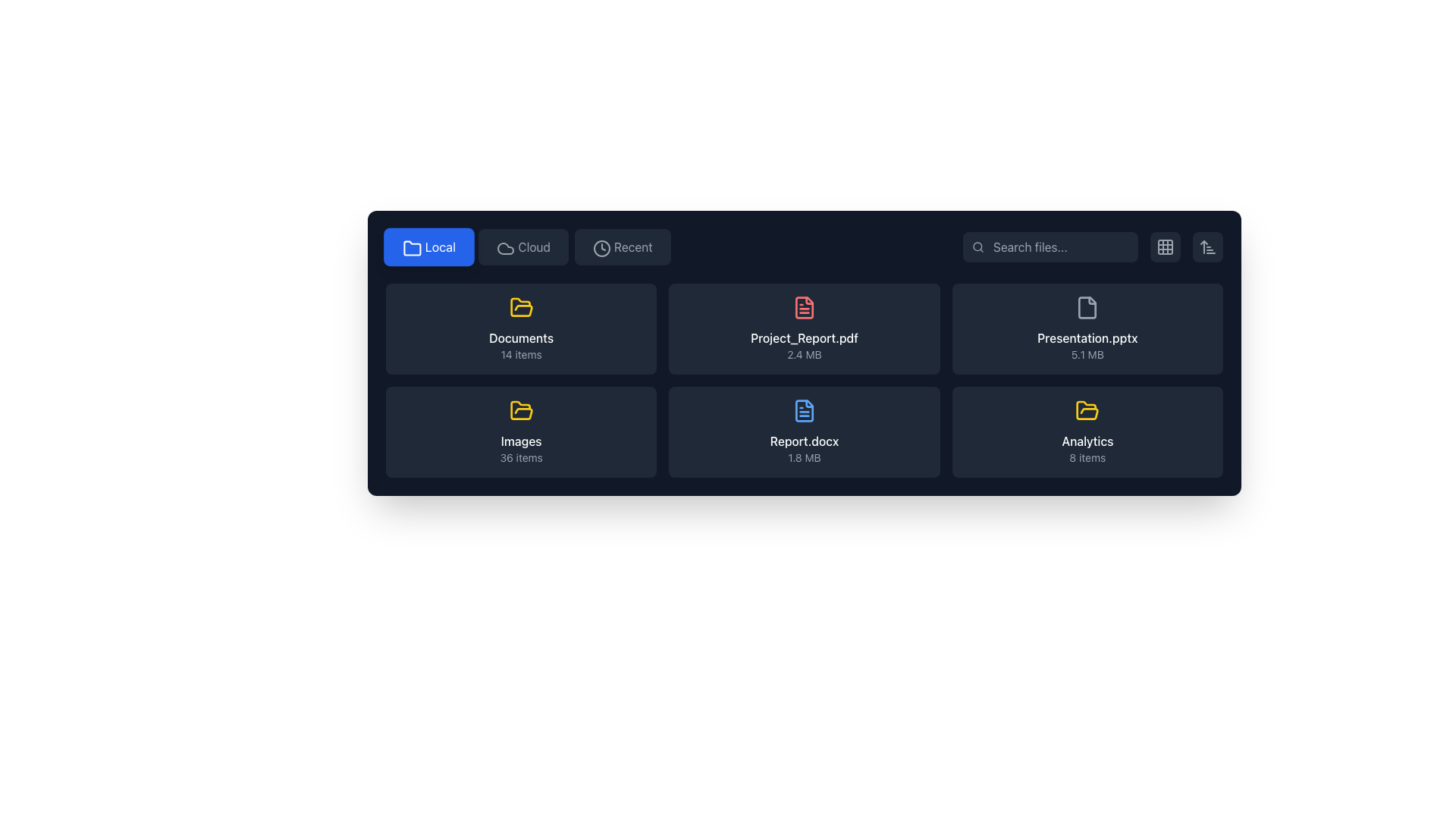  What do you see at coordinates (803, 345) in the screenshot?
I see `the text-based informational component displaying 'Project_Report.pdf' and its file size '2.4 MB', located in the center row of the file selection interface` at bounding box center [803, 345].